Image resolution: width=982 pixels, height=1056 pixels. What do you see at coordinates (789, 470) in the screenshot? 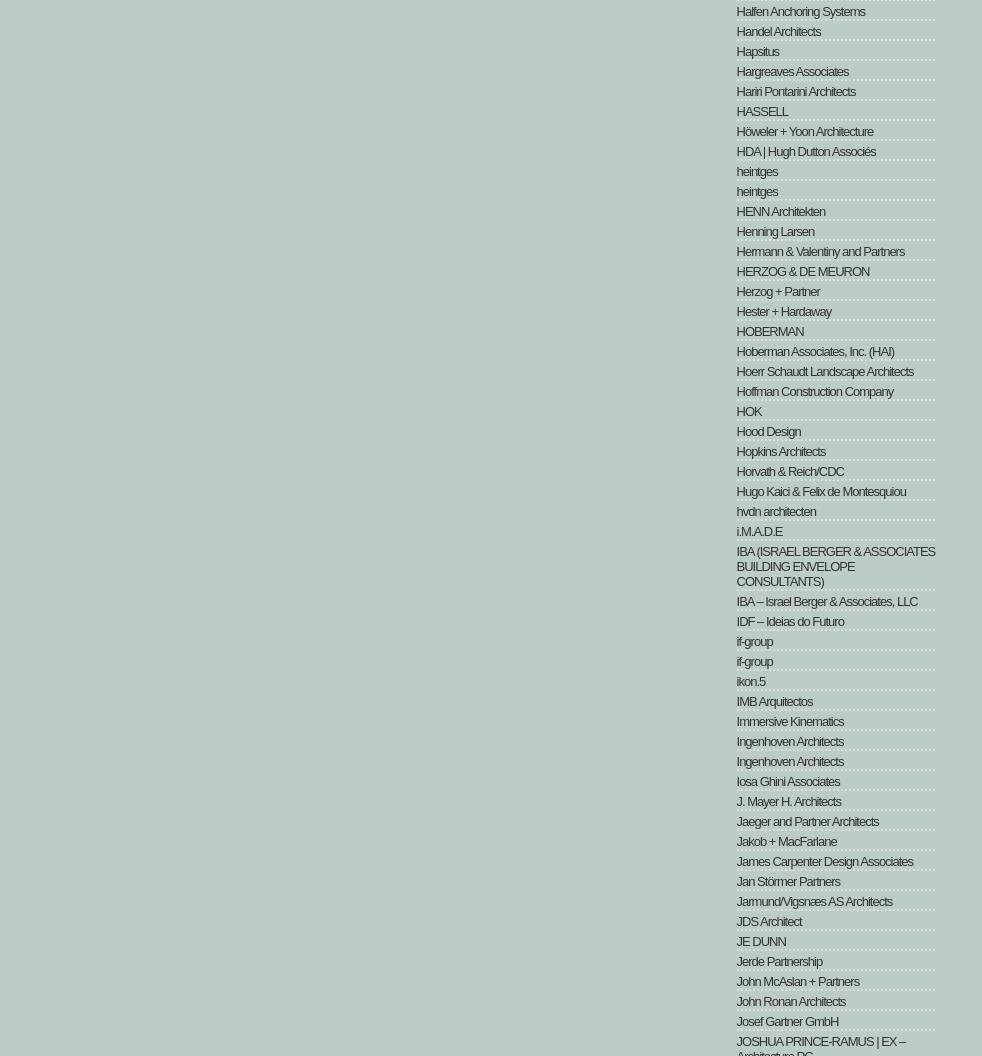
I see `'Horvath & Reich/CDC'` at bounding box center [789, 470].